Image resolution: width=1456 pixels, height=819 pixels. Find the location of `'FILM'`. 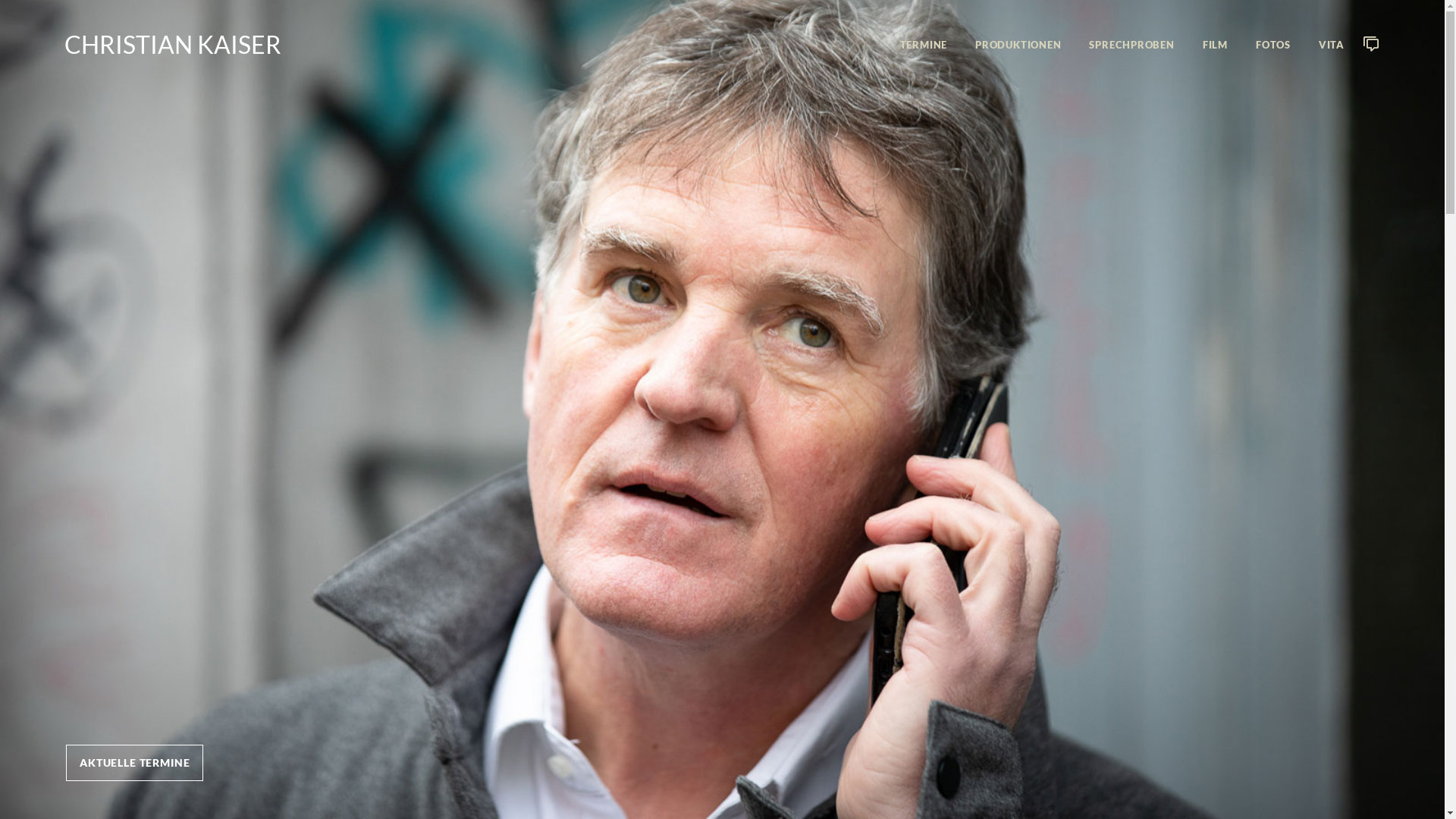

'FILM' is located at coordinates (1215, 44).